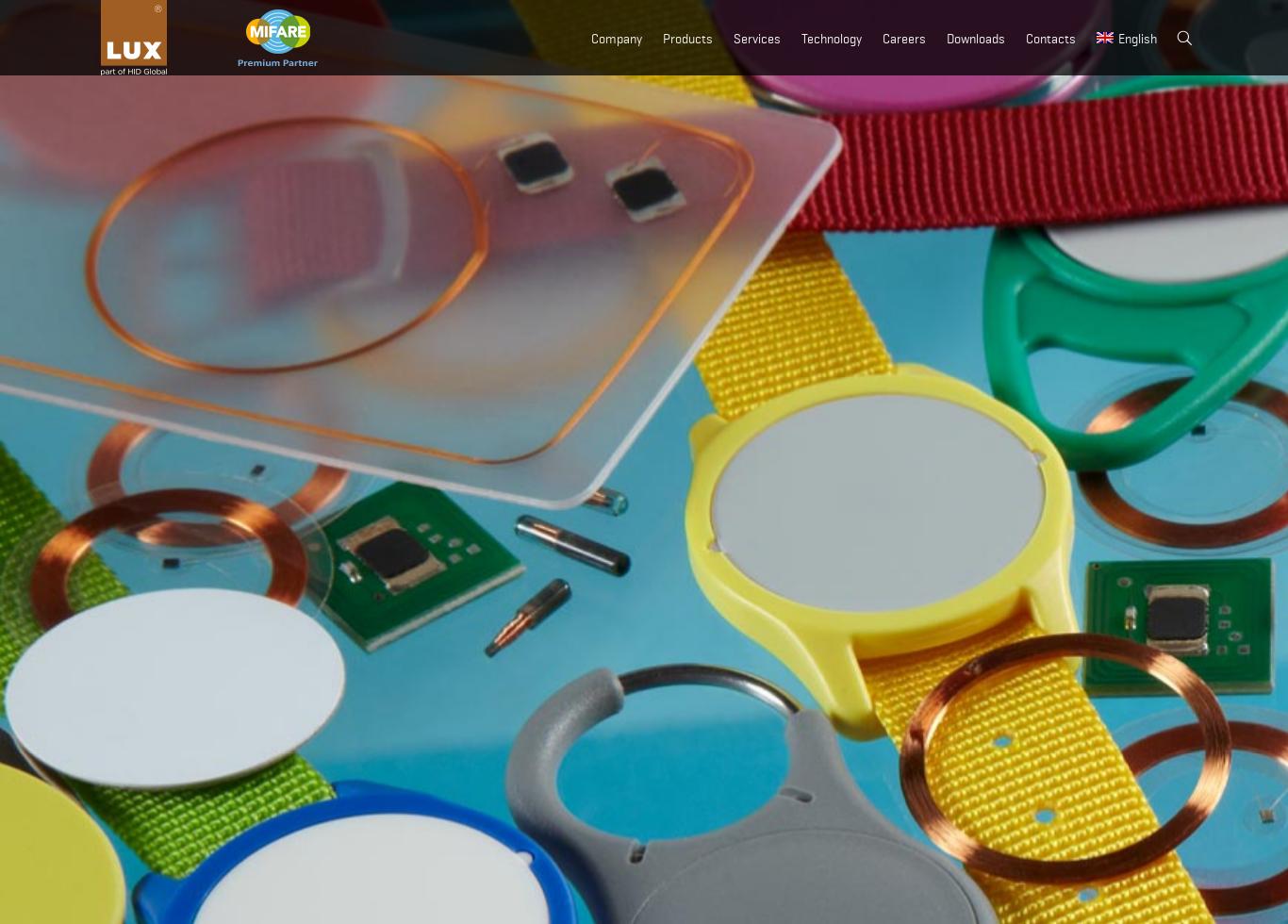  What do you see at coordinates (679, 259) in the screenshot?
I see `'Wrist bands'` at bounding box center [679, 259].